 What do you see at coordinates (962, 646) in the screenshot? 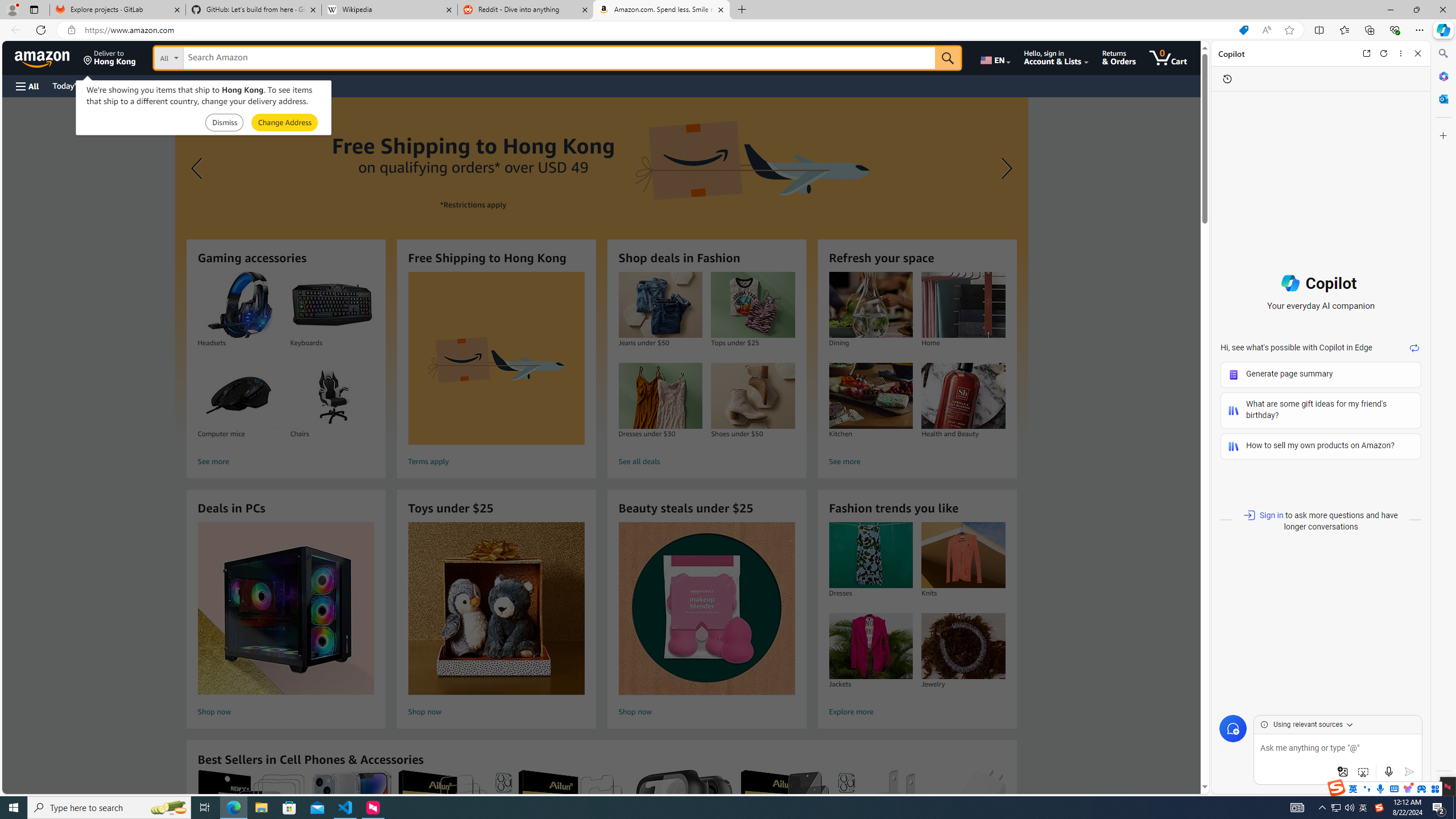
I see `'Jewelry'` at bounding box center [962, 646].